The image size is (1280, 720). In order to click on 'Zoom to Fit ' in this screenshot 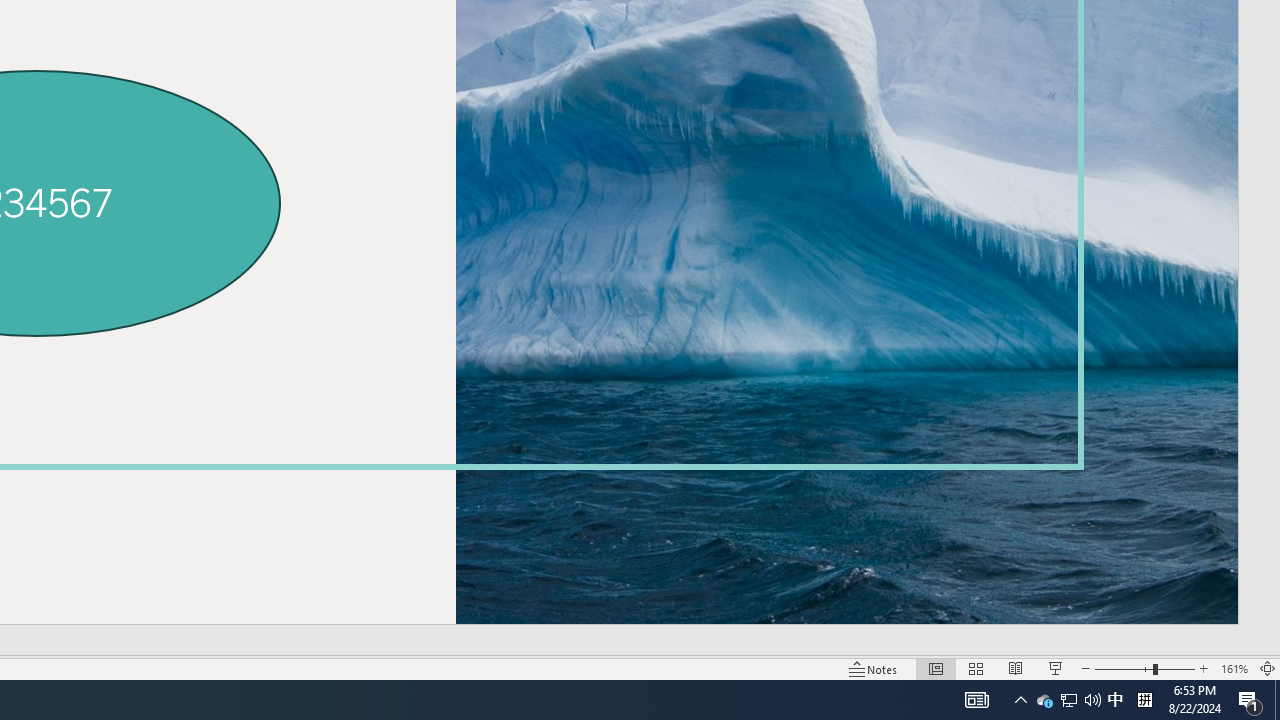, I will do `click(1266, 669)`.